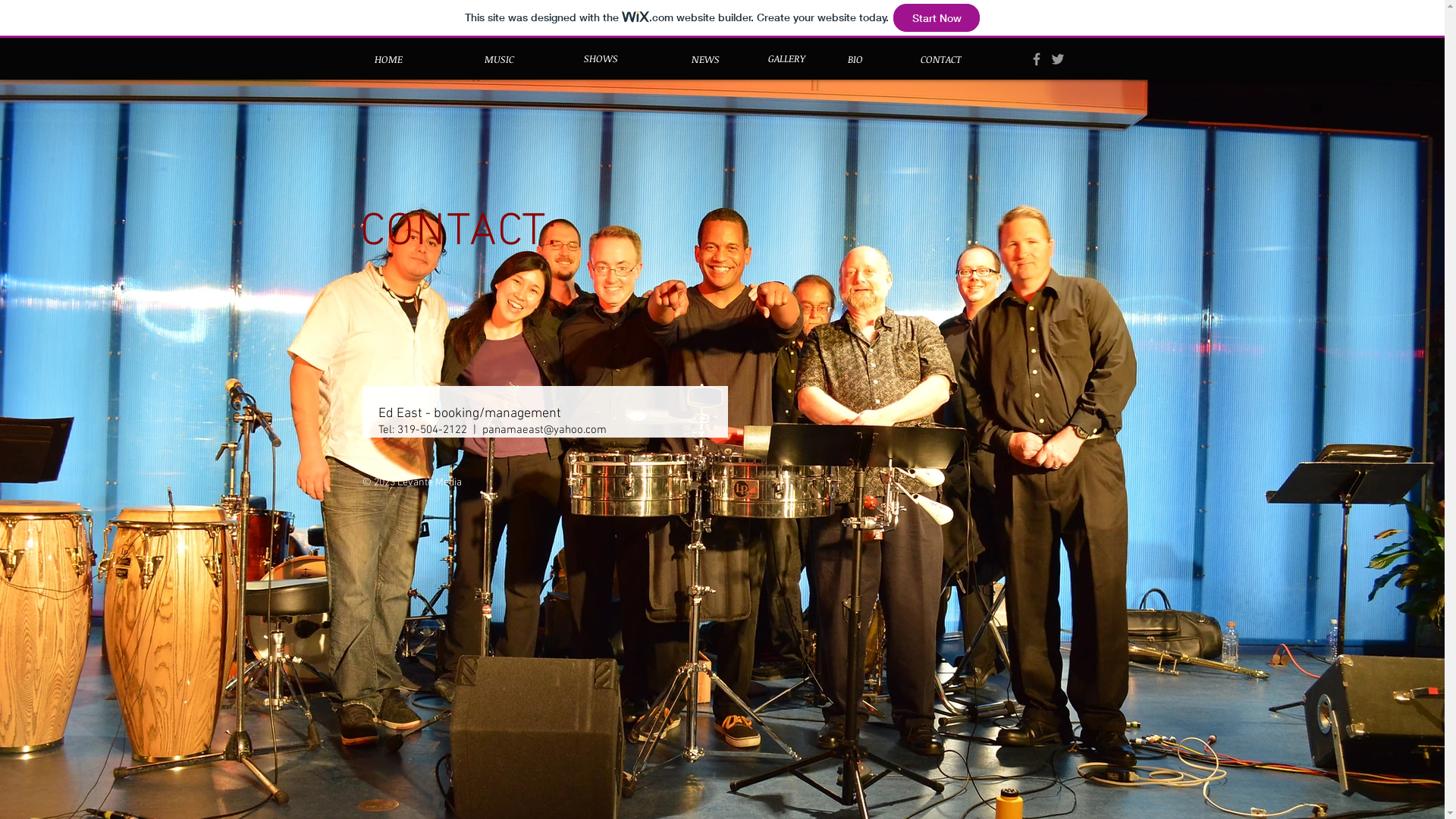 The width and height of the screenshot is (1456, 819). What do you see at coordinates (600, 58) in the screenshot?
I see `'SHOWS'` at bounding box center [600, 58].